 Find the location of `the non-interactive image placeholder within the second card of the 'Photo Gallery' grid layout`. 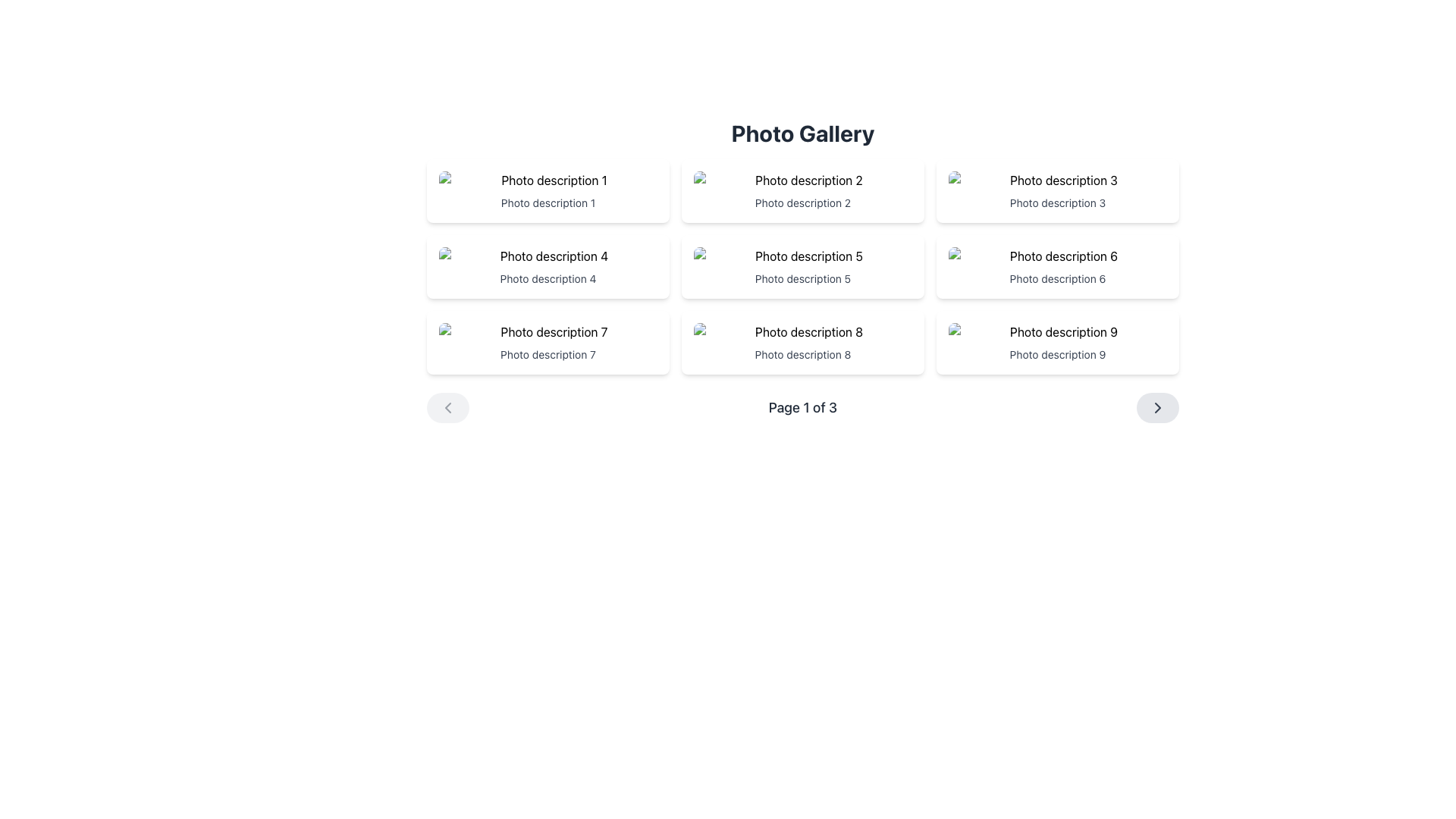

the non-interactive image placeholder within the second card of the 'Photo Gallery' grid layout is located at coordinates (802, 180).